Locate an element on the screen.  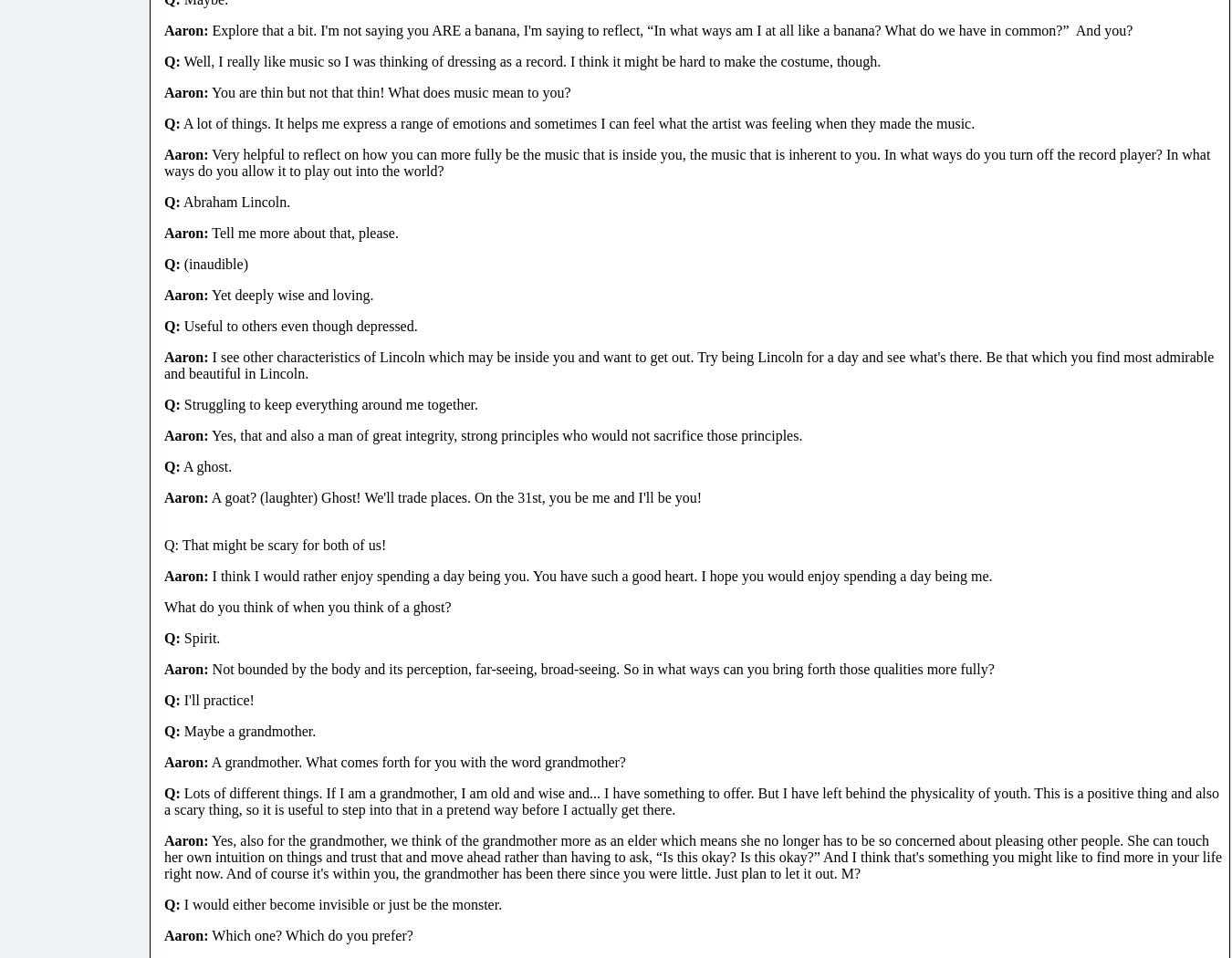
'Lots of different things. If I am a grandmother, I am old and wise and... I have something to offer. But I have left behind the physicality of youth. This is a positive thing and also a scary thing, so it is useful to step into that in a pretend way before I actually get there.' is located at coordinates (691, 799).